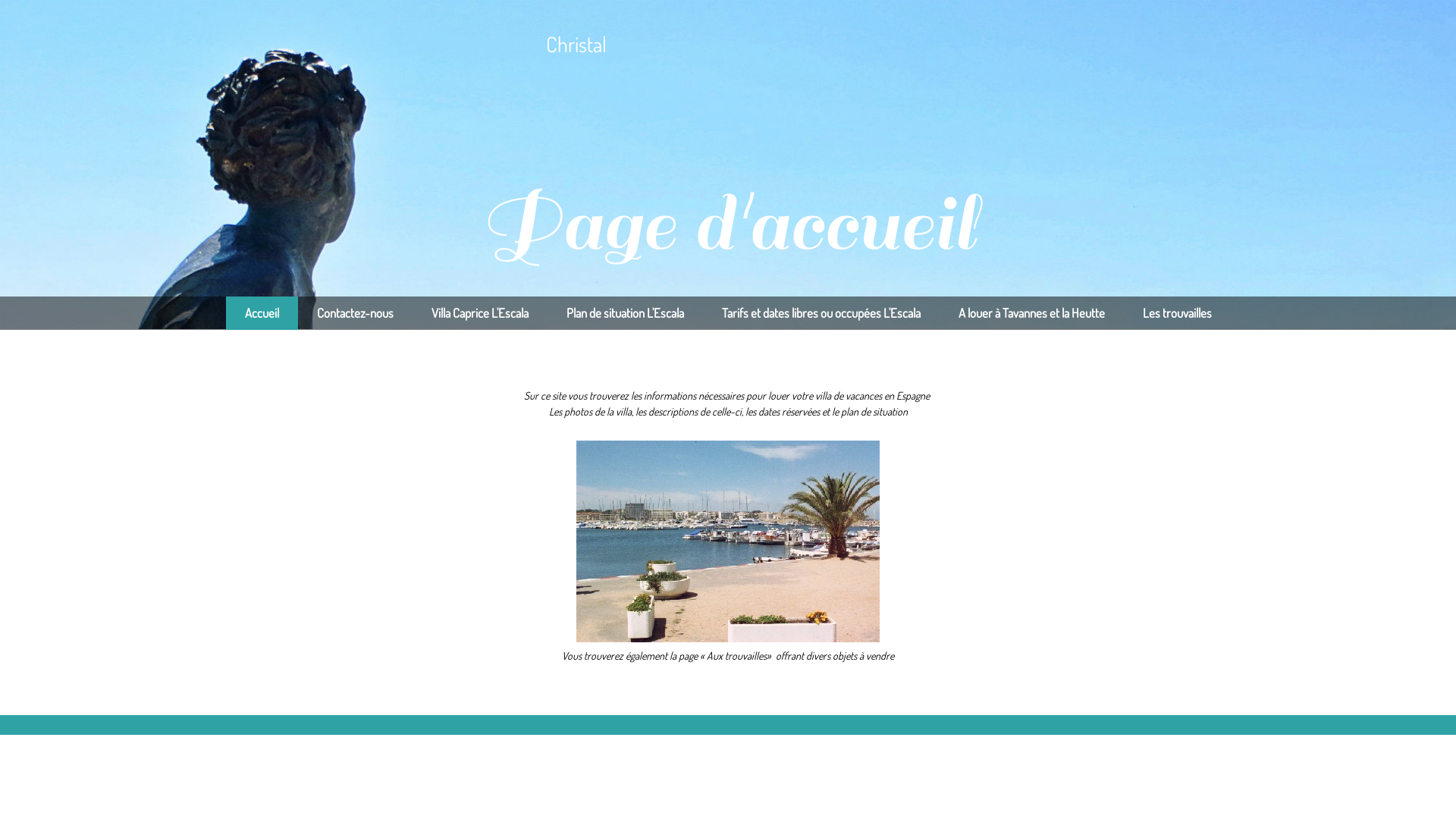 The height and width of the screenshot is (819, 1456). Describe the element at coordinates (353, 312) in the screenshot. I see `'Contactez-nous'` at that location.